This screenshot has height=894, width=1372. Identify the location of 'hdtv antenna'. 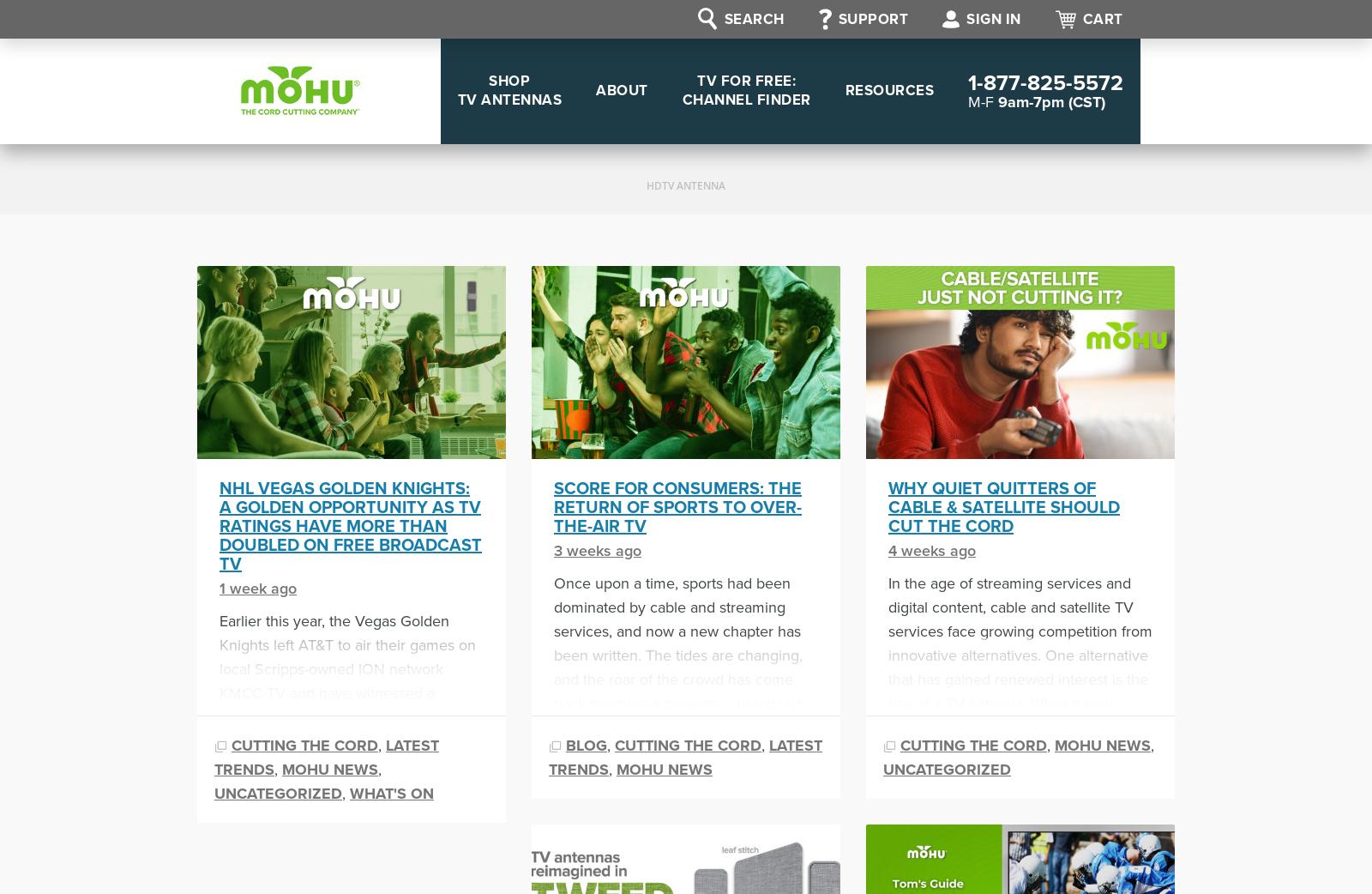
(647, 184).